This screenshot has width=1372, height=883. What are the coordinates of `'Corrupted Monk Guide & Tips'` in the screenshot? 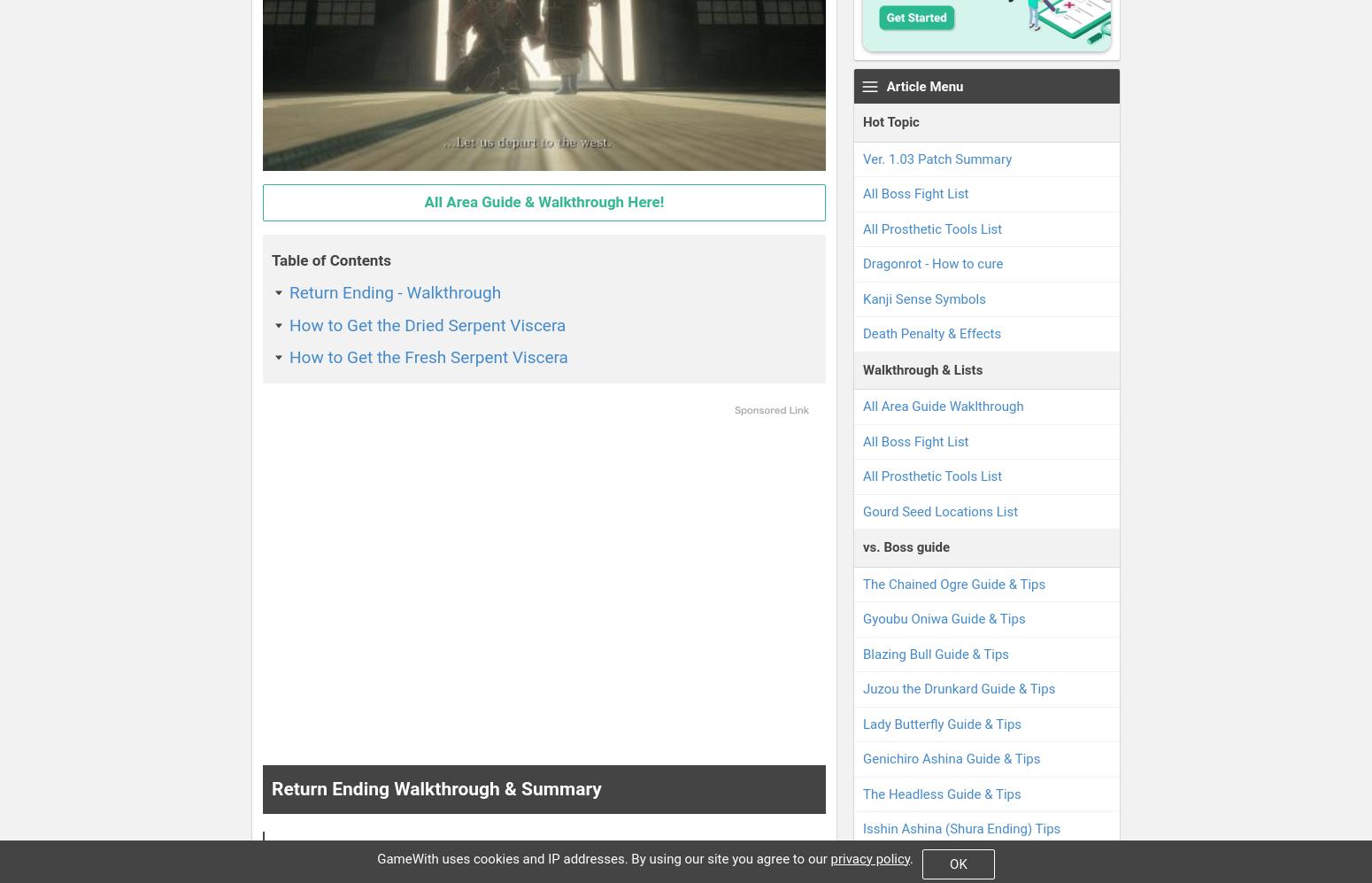 It's located at (861, 862).